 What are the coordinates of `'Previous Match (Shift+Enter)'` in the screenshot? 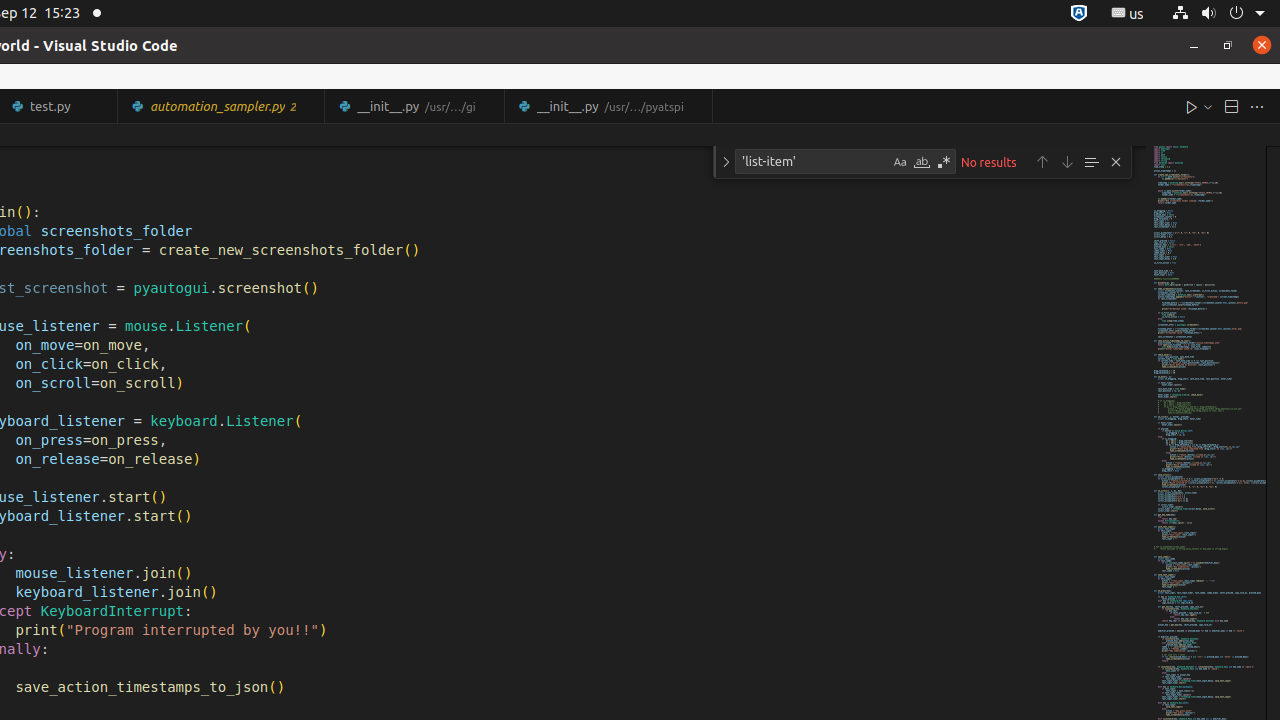 It's located at (1041, 160).